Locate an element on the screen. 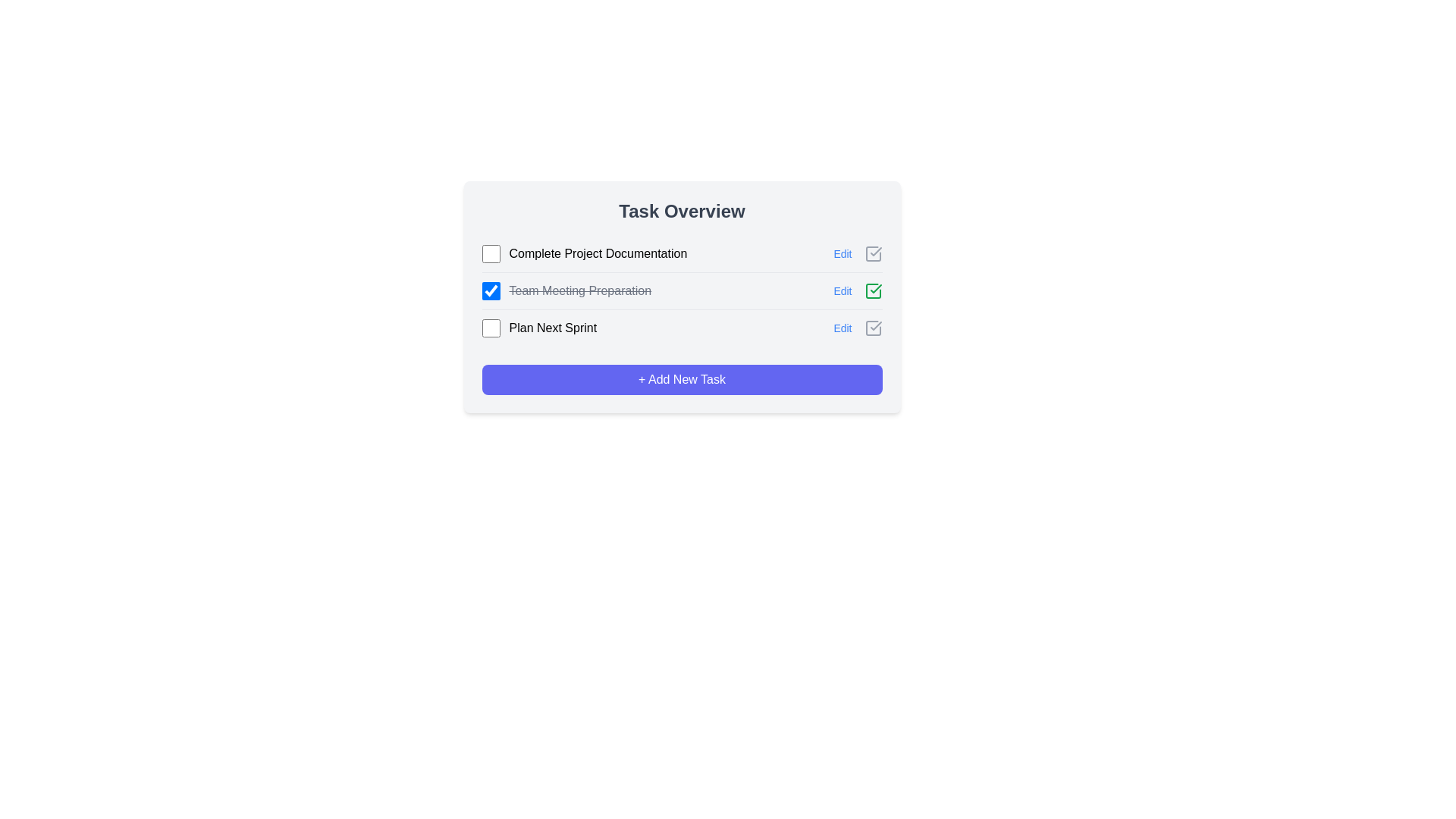  'Edit' button for the task Complete Project Documentation is located at coordinates (842, 253).